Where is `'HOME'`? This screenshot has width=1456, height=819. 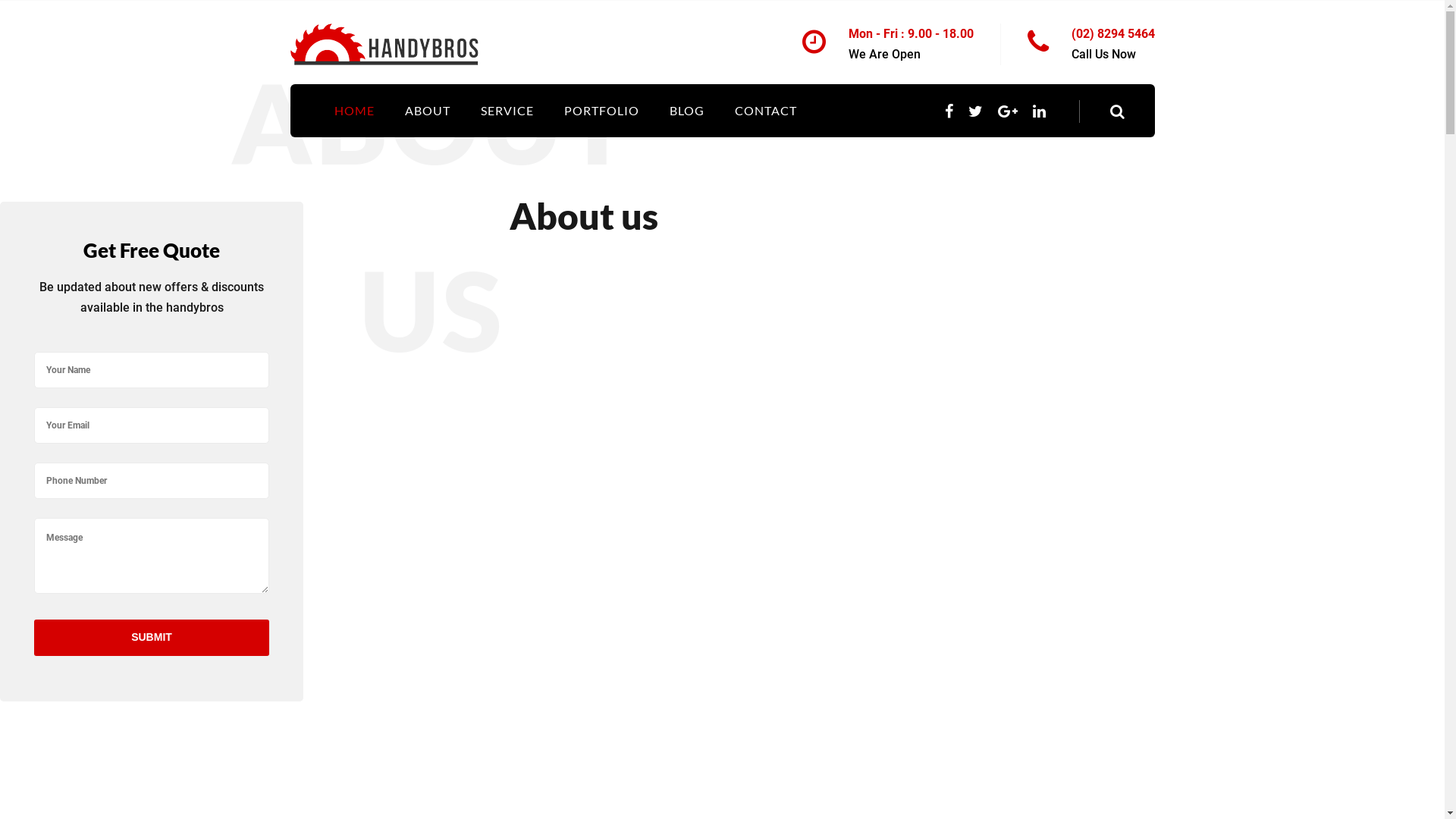 'HOME' is located at coordinates (353, 110).